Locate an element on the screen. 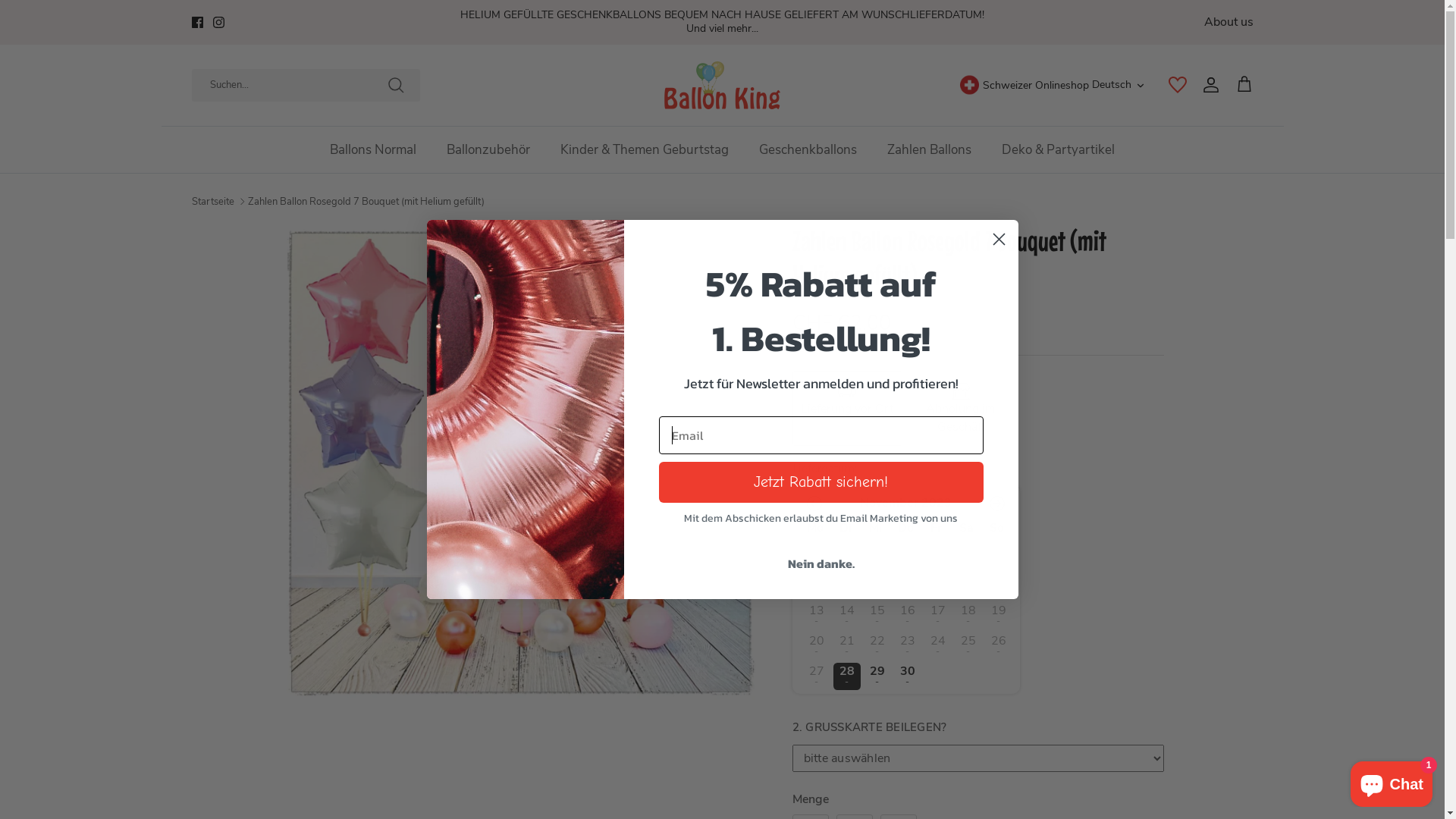 This screenshot has width=1456, height=819. 'Onlineshop-Chat von Shopify' is located at coordinates (1391, 780).